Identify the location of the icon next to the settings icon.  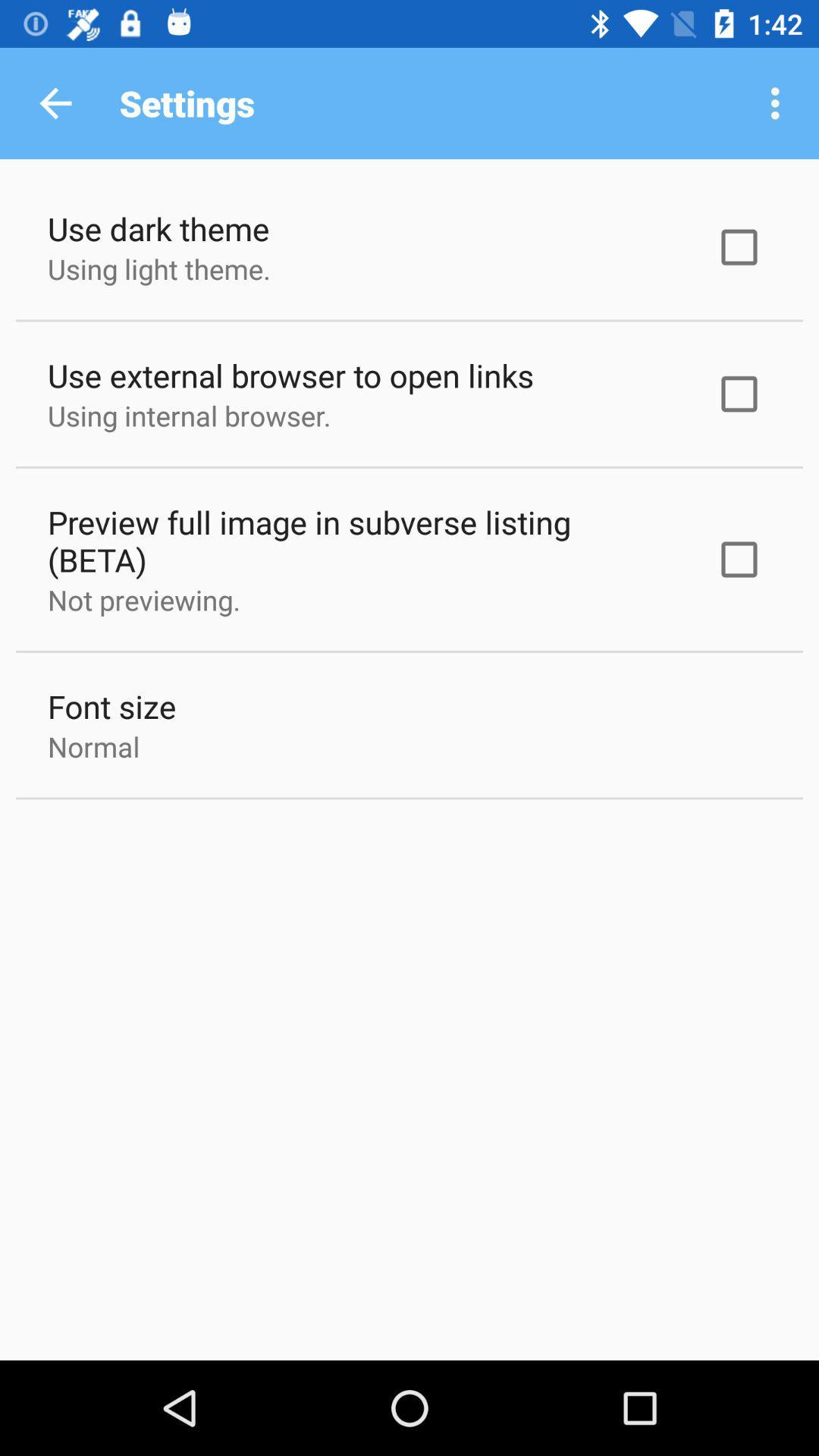
(55, 102).